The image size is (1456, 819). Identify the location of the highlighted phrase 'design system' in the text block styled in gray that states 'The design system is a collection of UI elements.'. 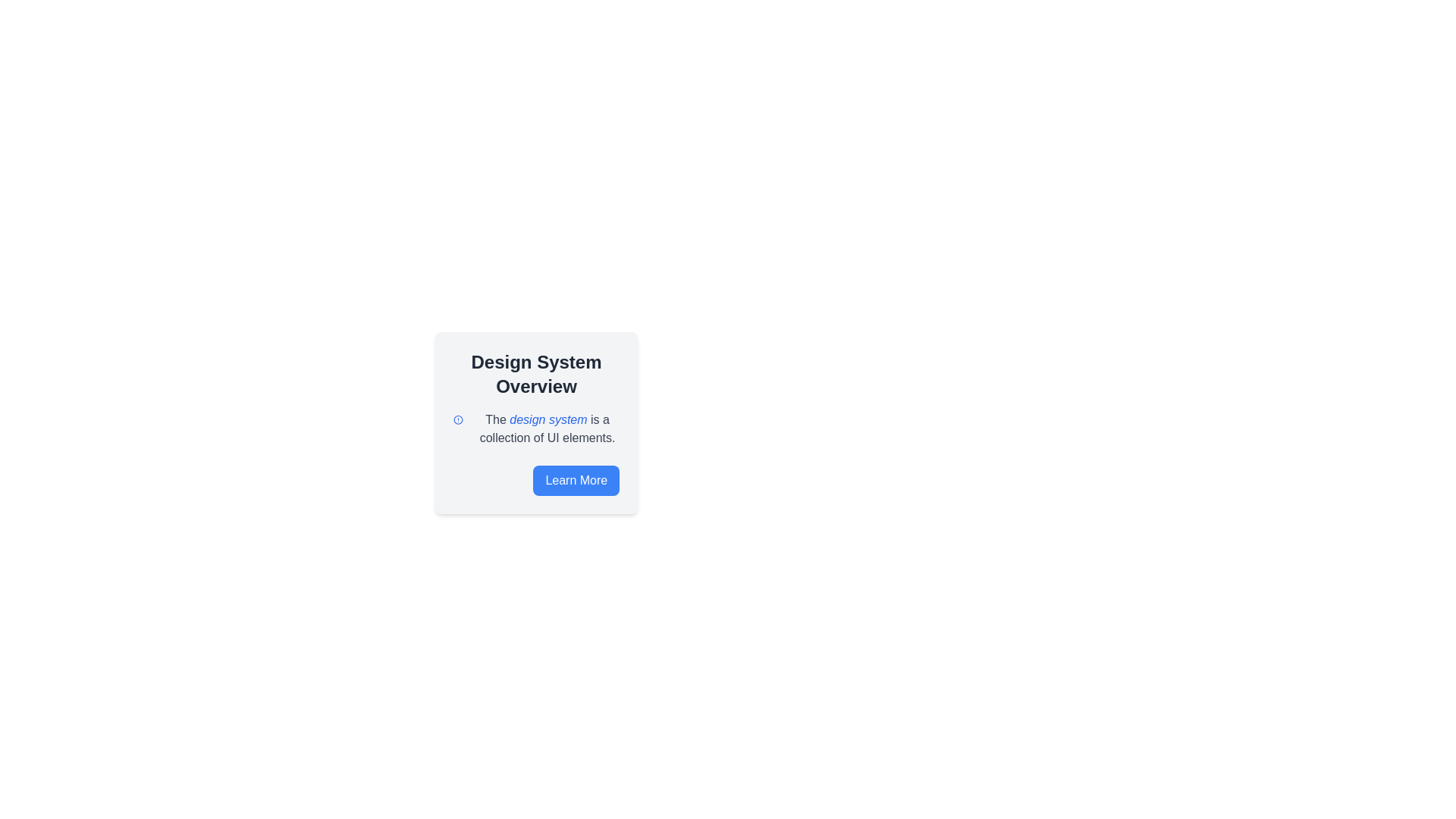
(546, 429).